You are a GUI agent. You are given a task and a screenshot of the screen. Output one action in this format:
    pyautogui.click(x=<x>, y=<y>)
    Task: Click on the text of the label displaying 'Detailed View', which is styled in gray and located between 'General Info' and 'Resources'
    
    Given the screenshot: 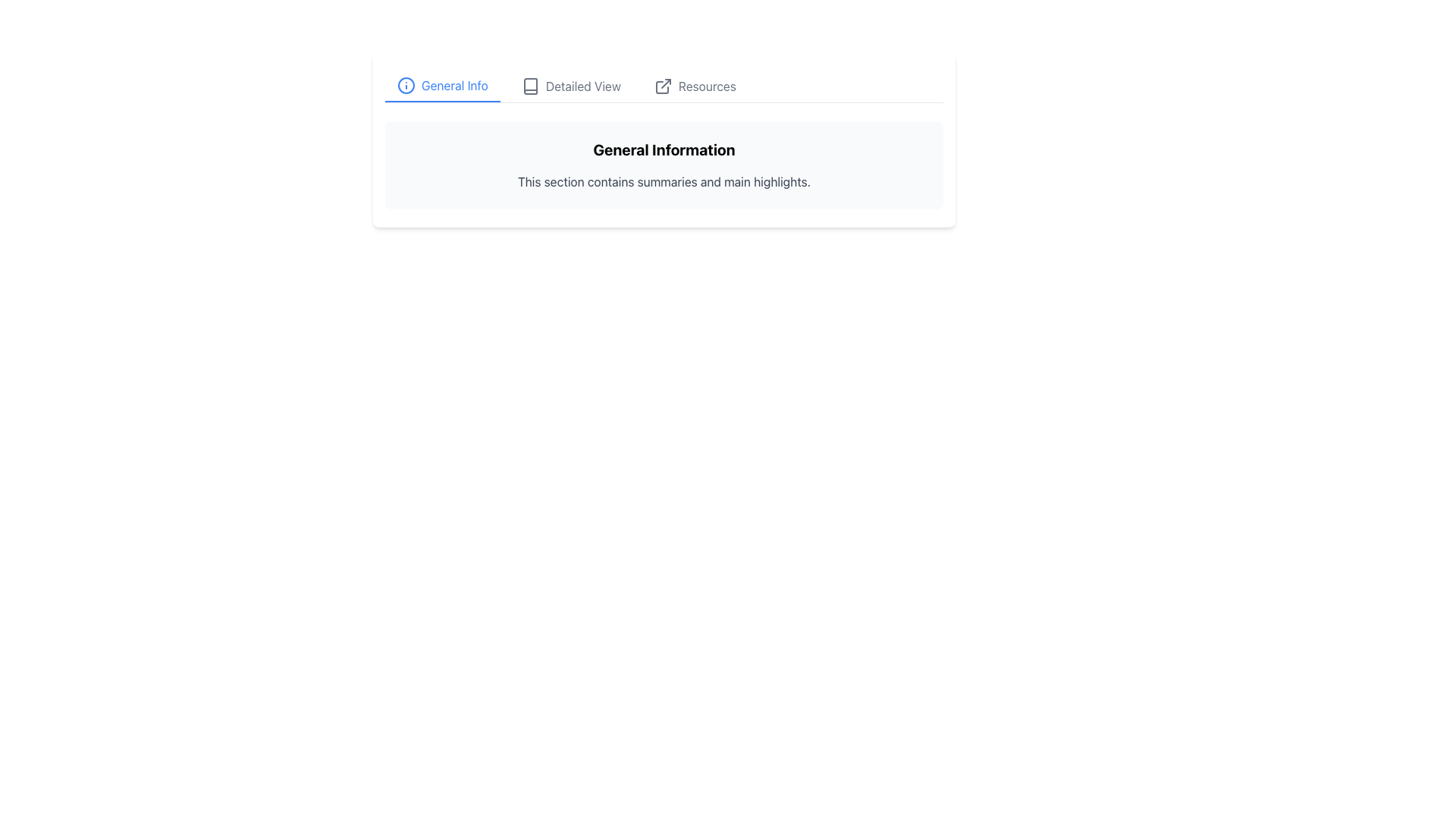 What is the action you would take?
    pyautogui.click(x=582, y=86)
    